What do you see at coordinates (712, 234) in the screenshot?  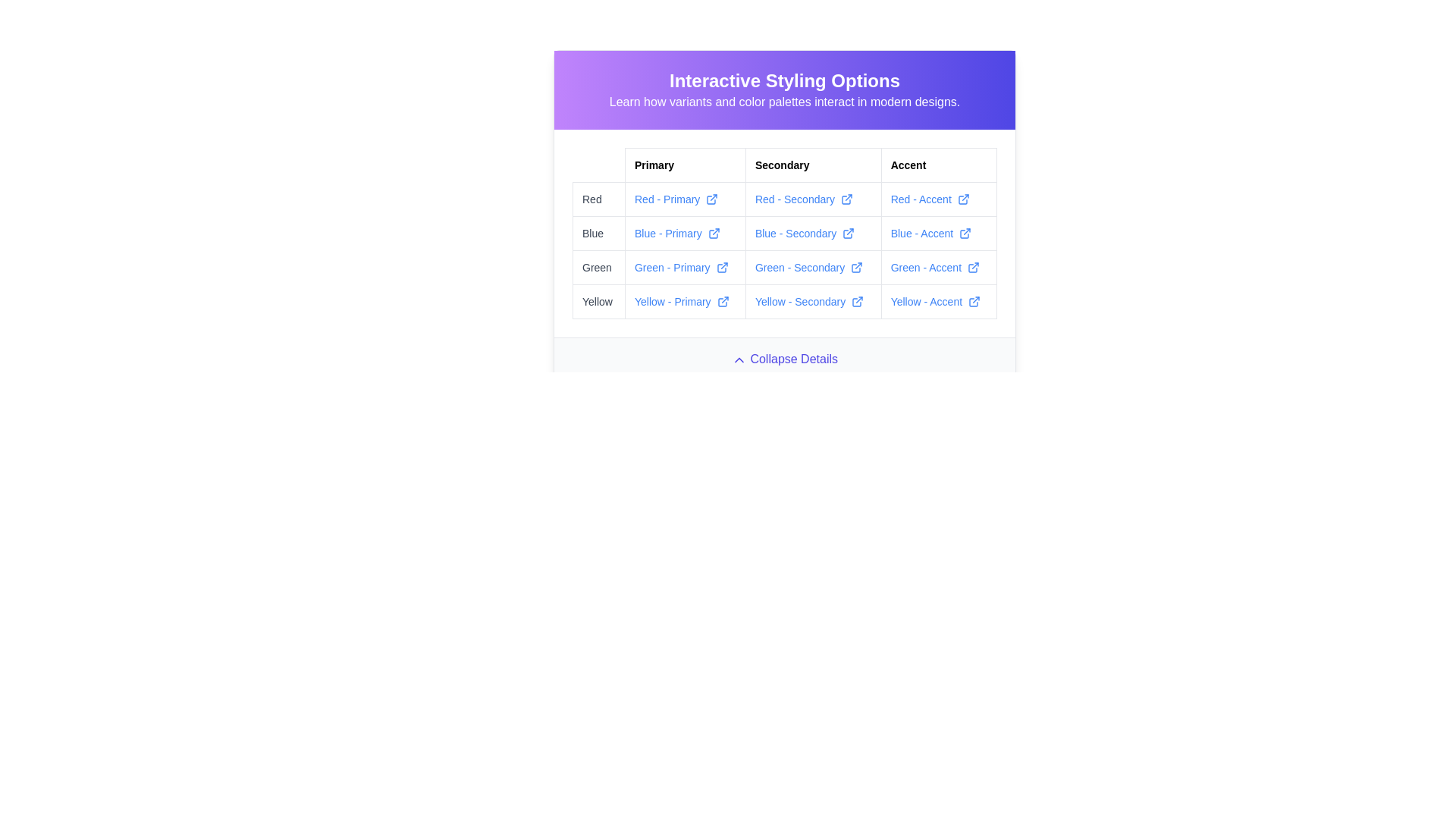 I see `the SVG icon within the 'Blue - Primary' cell of the table under the 'Interactive Styling Options' header` at bounding box center [712, 234].